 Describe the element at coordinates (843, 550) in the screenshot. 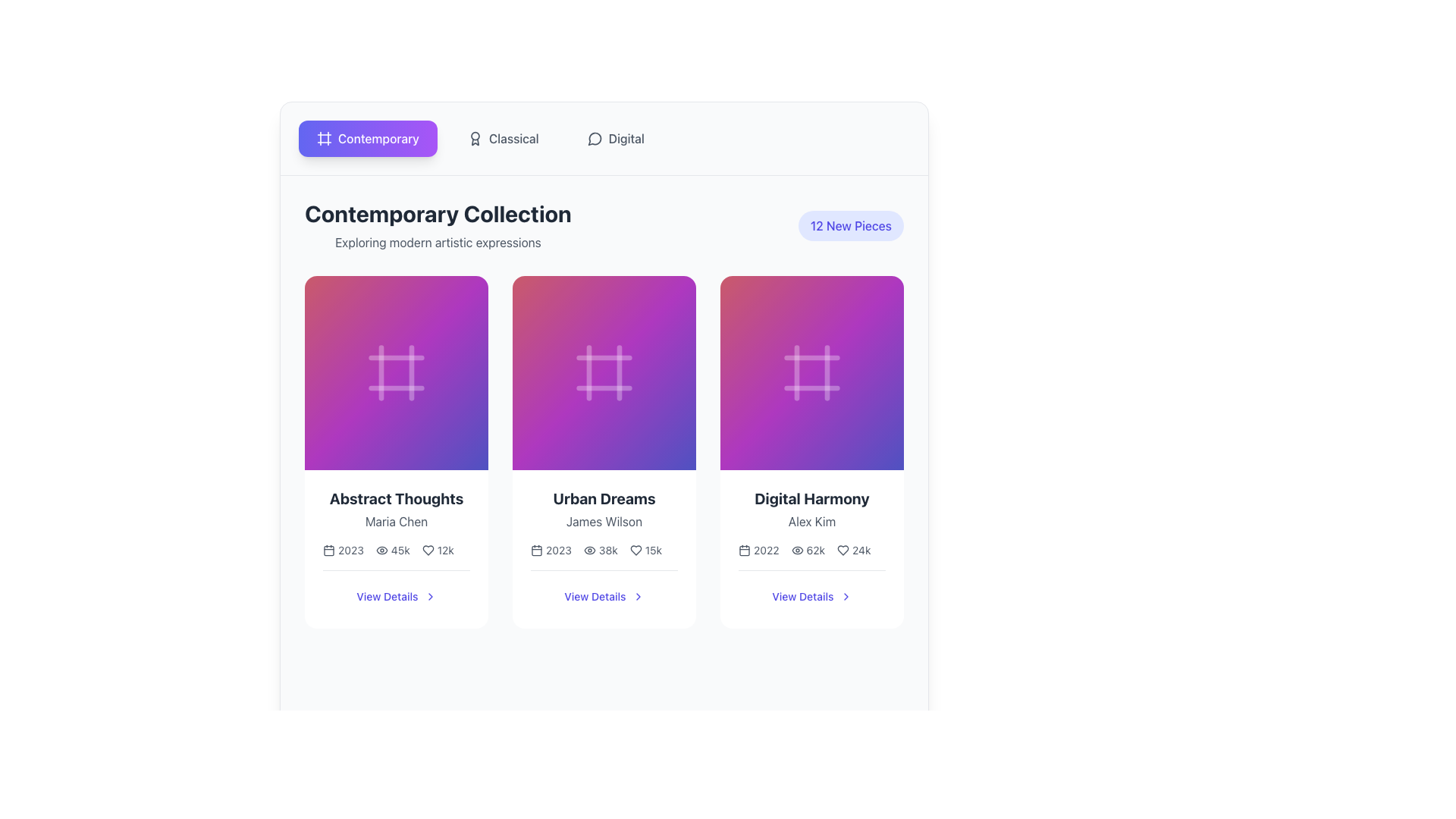

I see `the heart icon located at the bottom of the 'Digital Harmony' card` at that location.